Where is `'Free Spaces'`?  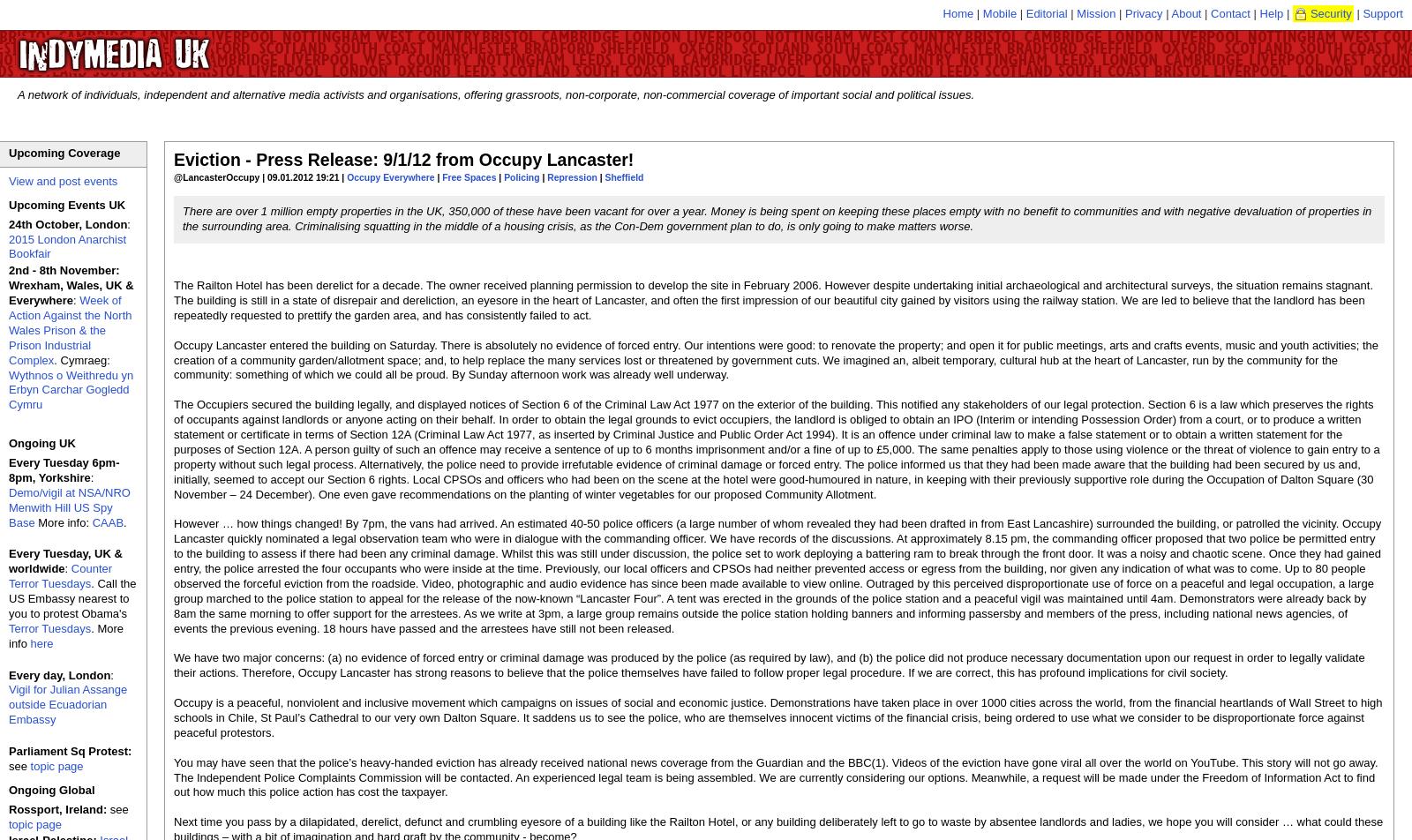 'Free Spaces' is located at coordinates (468, 177).